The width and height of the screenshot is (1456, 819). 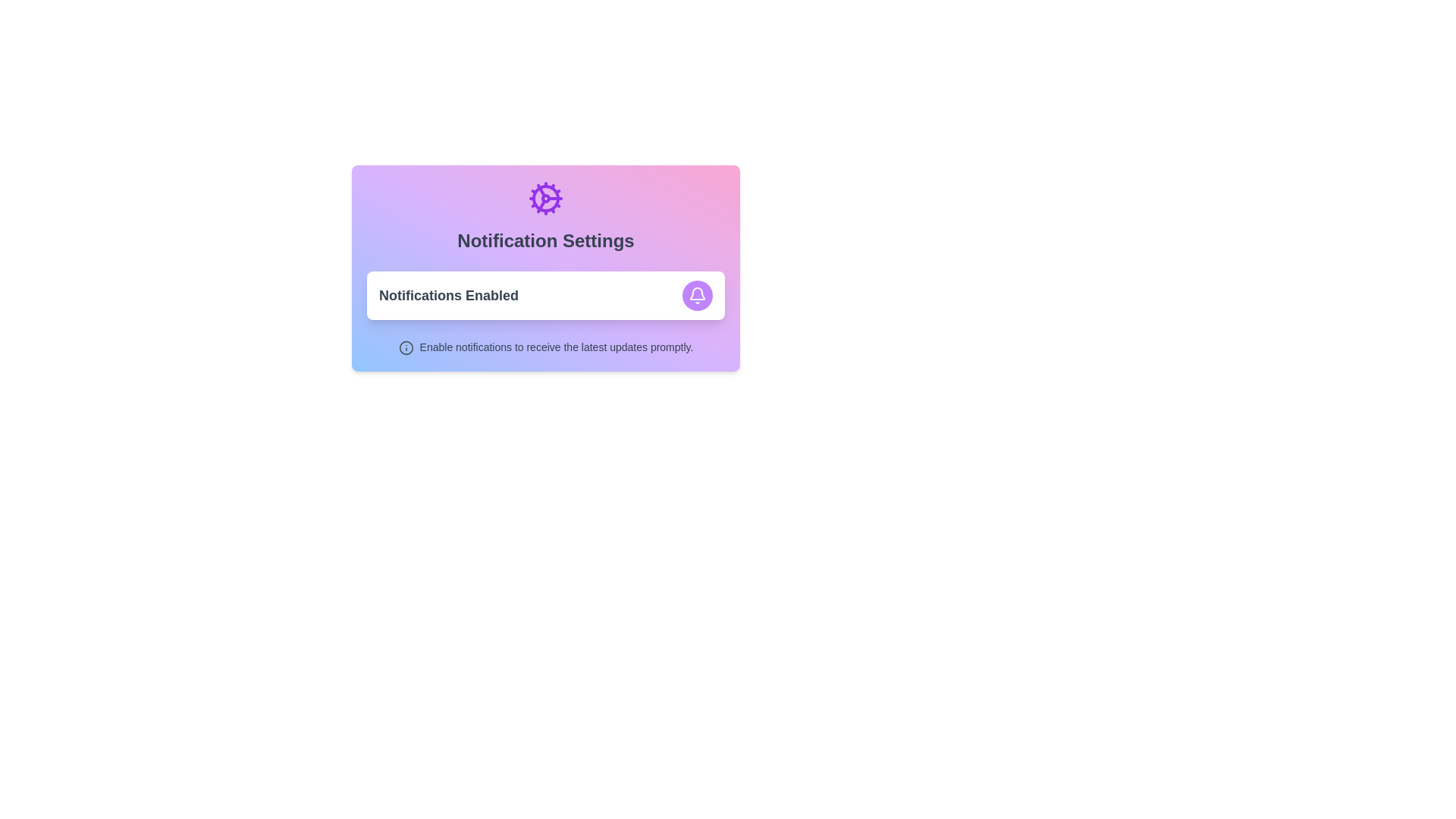 What do you see at coordinates (546, 198) in the screenshot?
I see `the purple cog icon representing settings, located above the text 'Notification Settings', to initiate interaction` at bounding box center [546, 198].